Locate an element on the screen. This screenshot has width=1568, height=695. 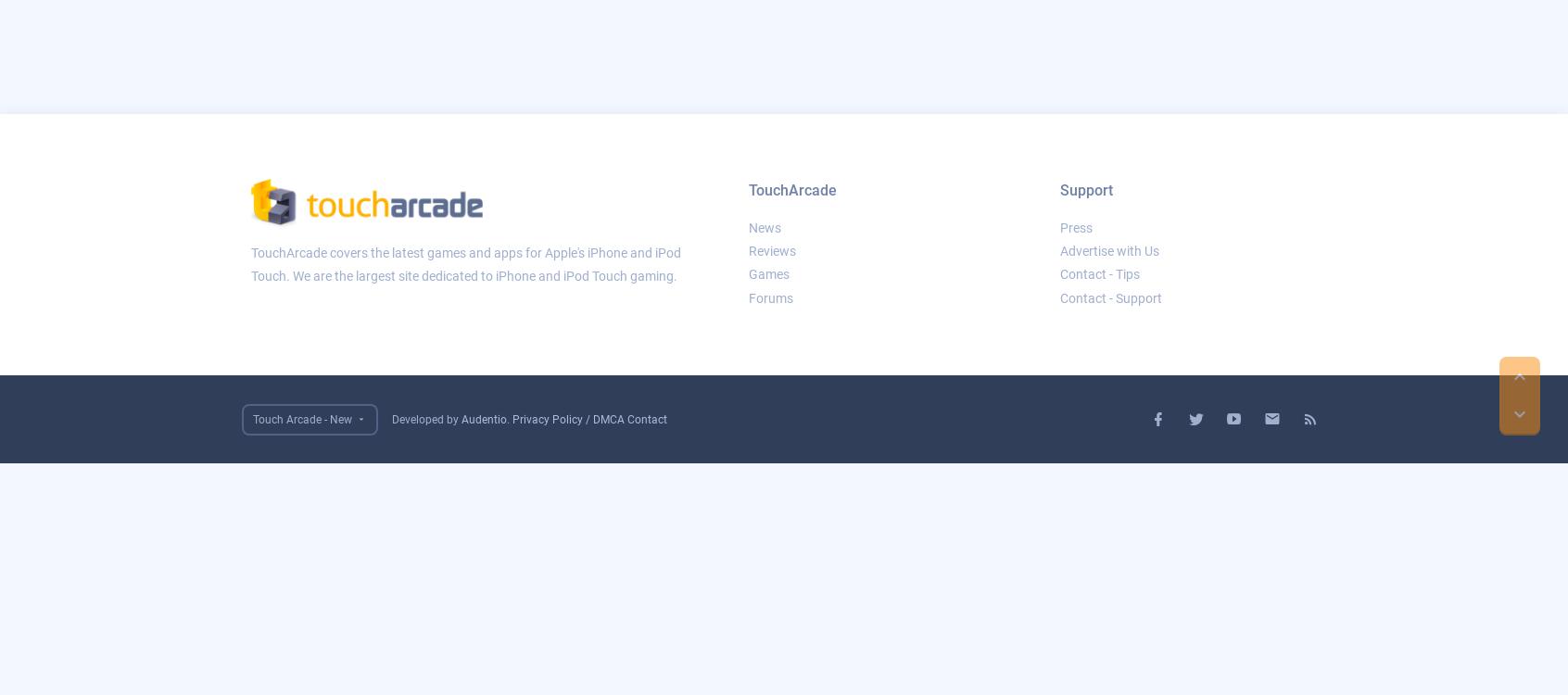
'News' is located at coordinates (764, 226).